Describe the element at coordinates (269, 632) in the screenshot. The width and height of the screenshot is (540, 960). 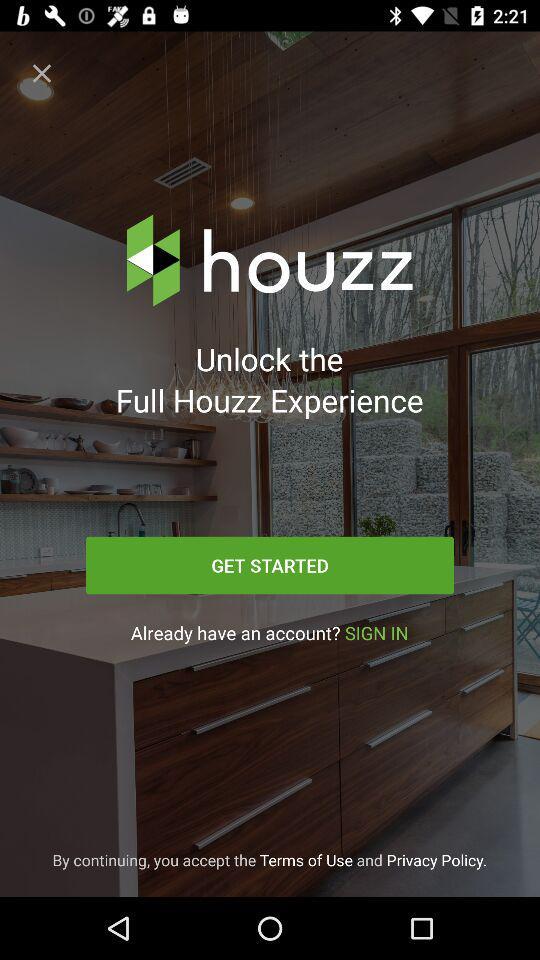
I see `already have an` at that location.